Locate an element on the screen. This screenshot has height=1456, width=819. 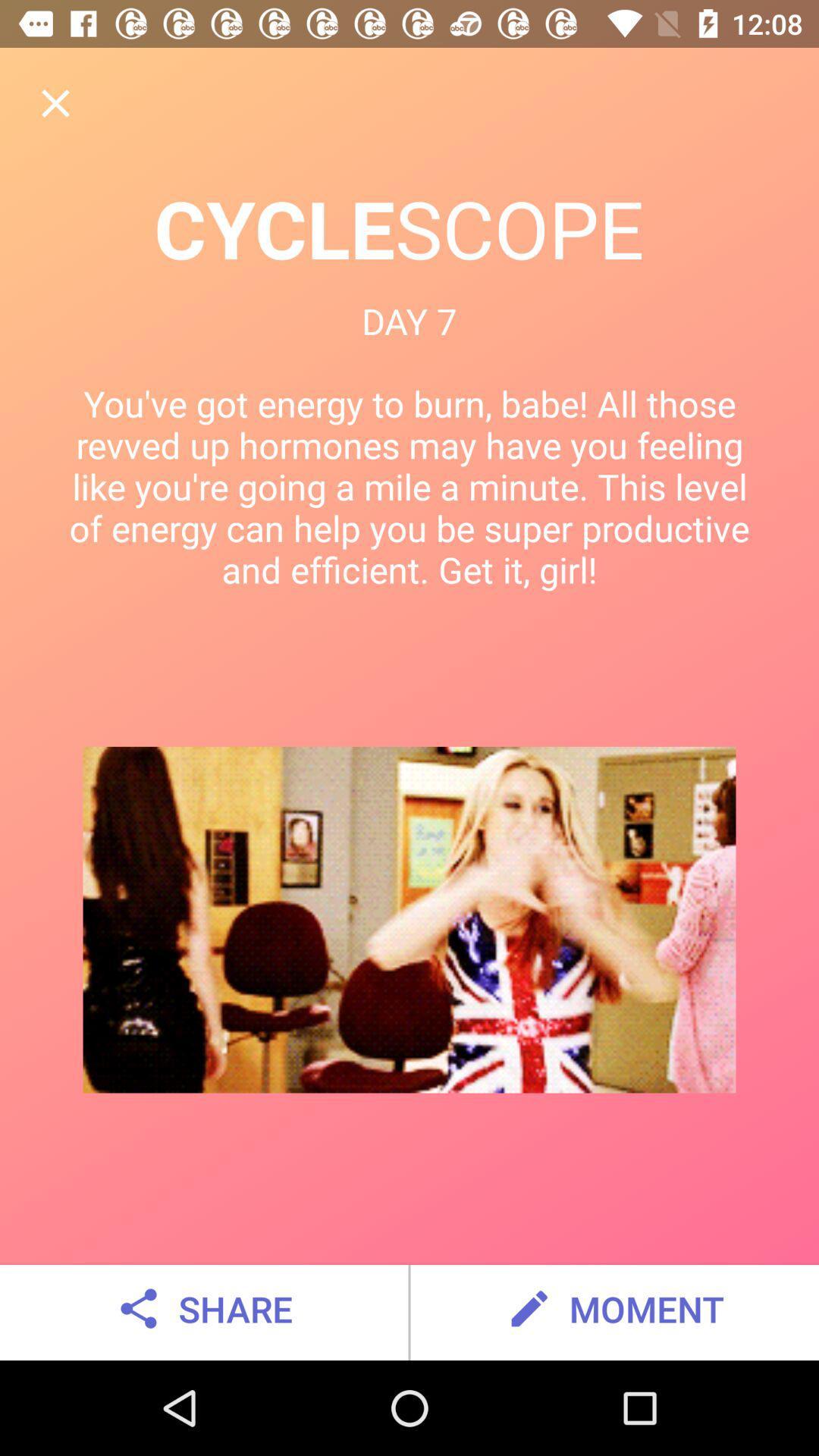
screen closing button is located at coordinates (55, 102).